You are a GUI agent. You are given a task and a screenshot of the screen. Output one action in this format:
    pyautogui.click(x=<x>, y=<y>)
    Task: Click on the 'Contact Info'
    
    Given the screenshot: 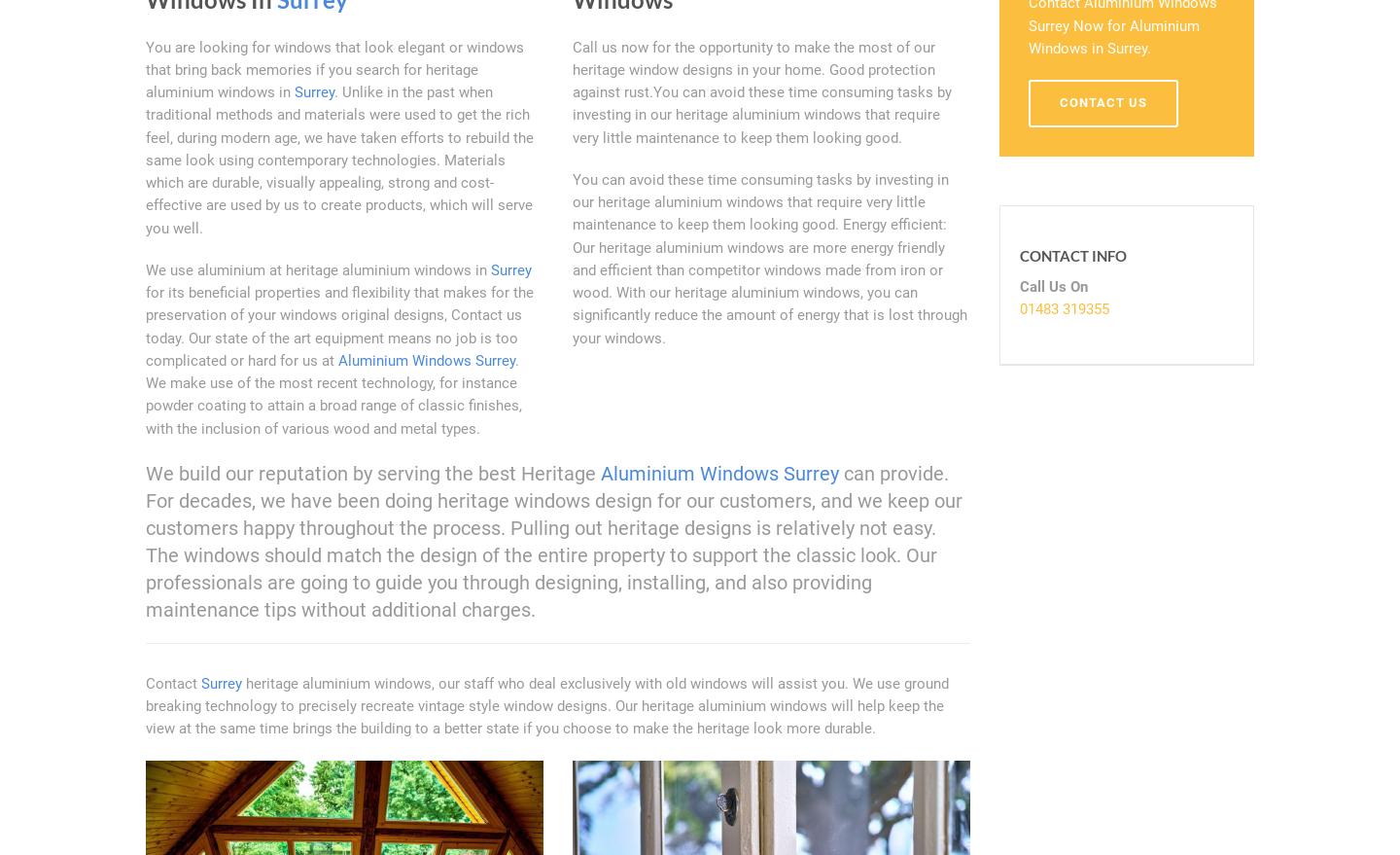 What is the action you would take?
    pyautogui.click(x=1071, y=254)
    